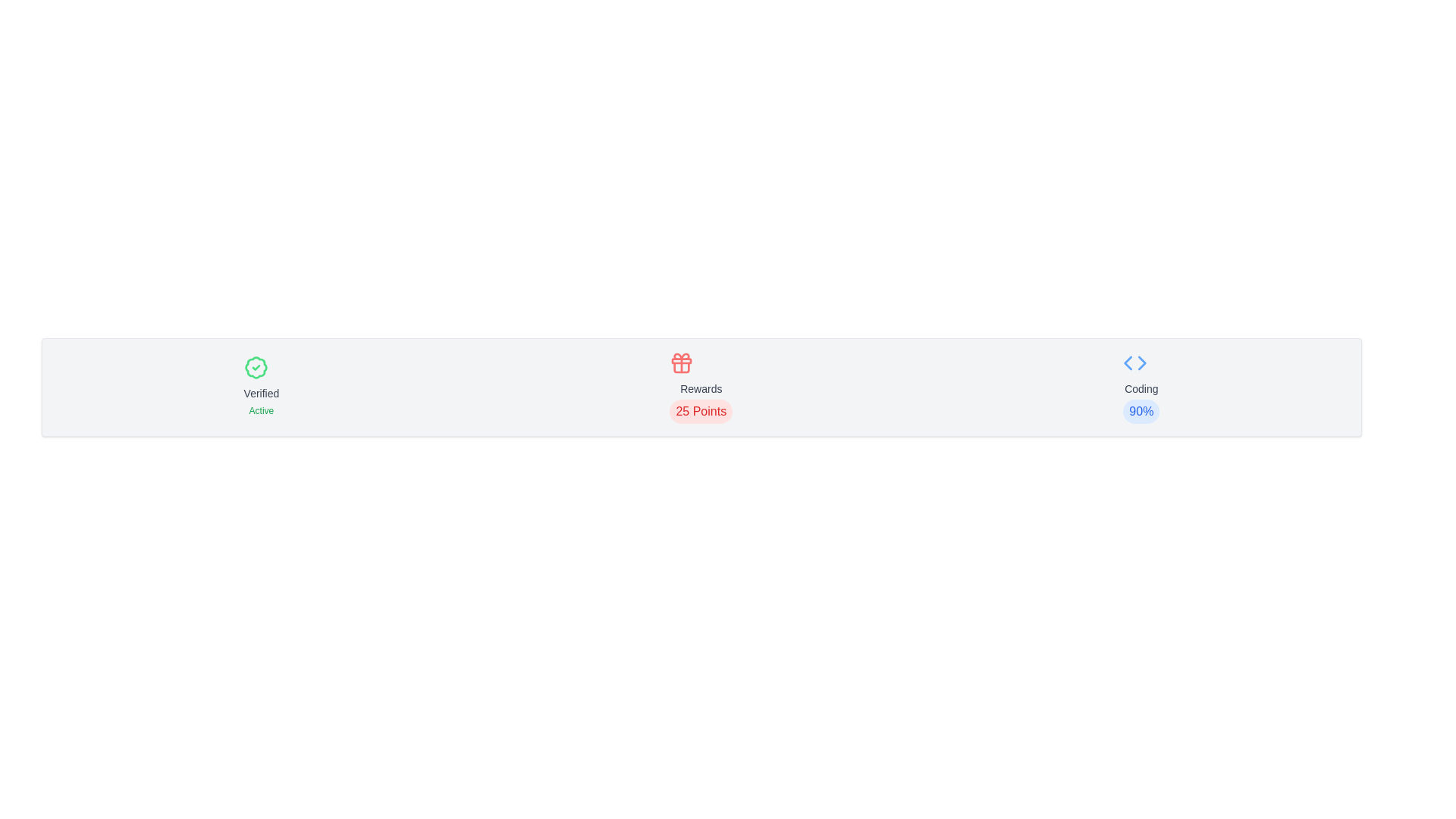  Describe the element at coordinates (1141, 412) in the screenshot. I see `text percentage label '90%' styled with a blue font color, located beneath the 'Coding' label in the rightmost panel segment of the interface` at that location.